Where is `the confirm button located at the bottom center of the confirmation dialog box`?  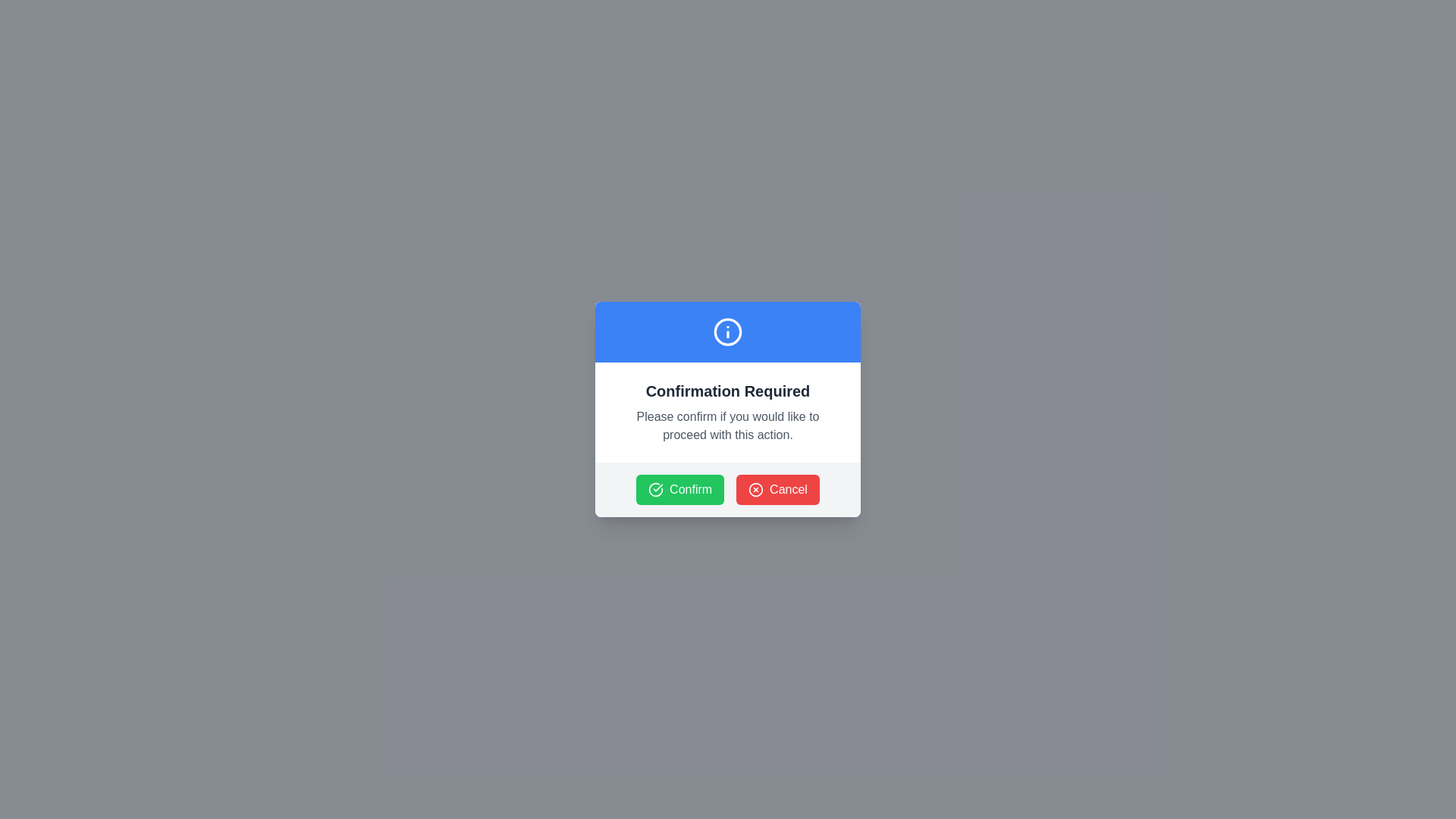 the confirm button located at the bottom center of the confirmation dialog box is located at coordinates (679, 489).